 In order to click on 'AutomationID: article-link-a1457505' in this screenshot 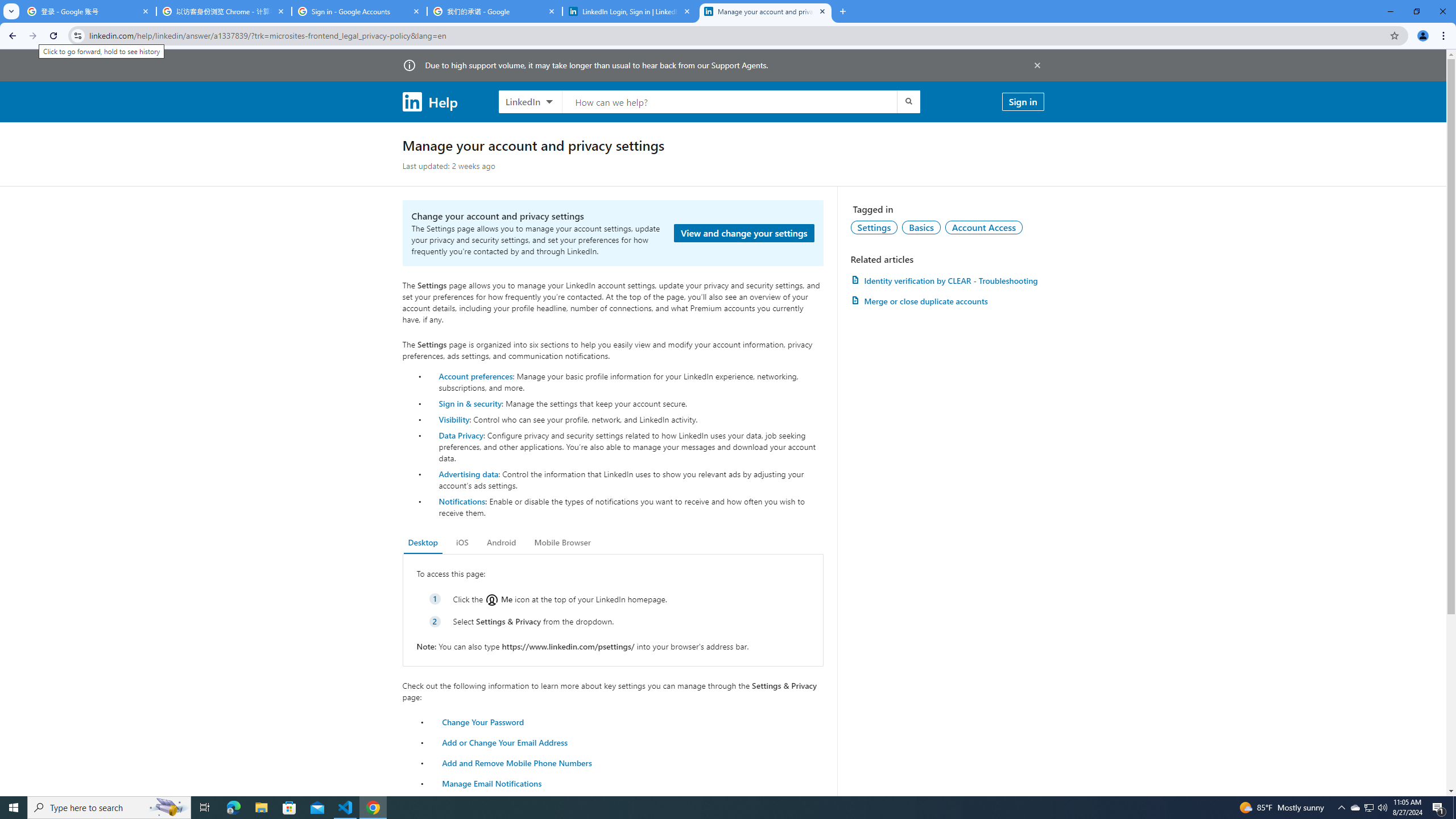, I will do `click(946, 280)`.